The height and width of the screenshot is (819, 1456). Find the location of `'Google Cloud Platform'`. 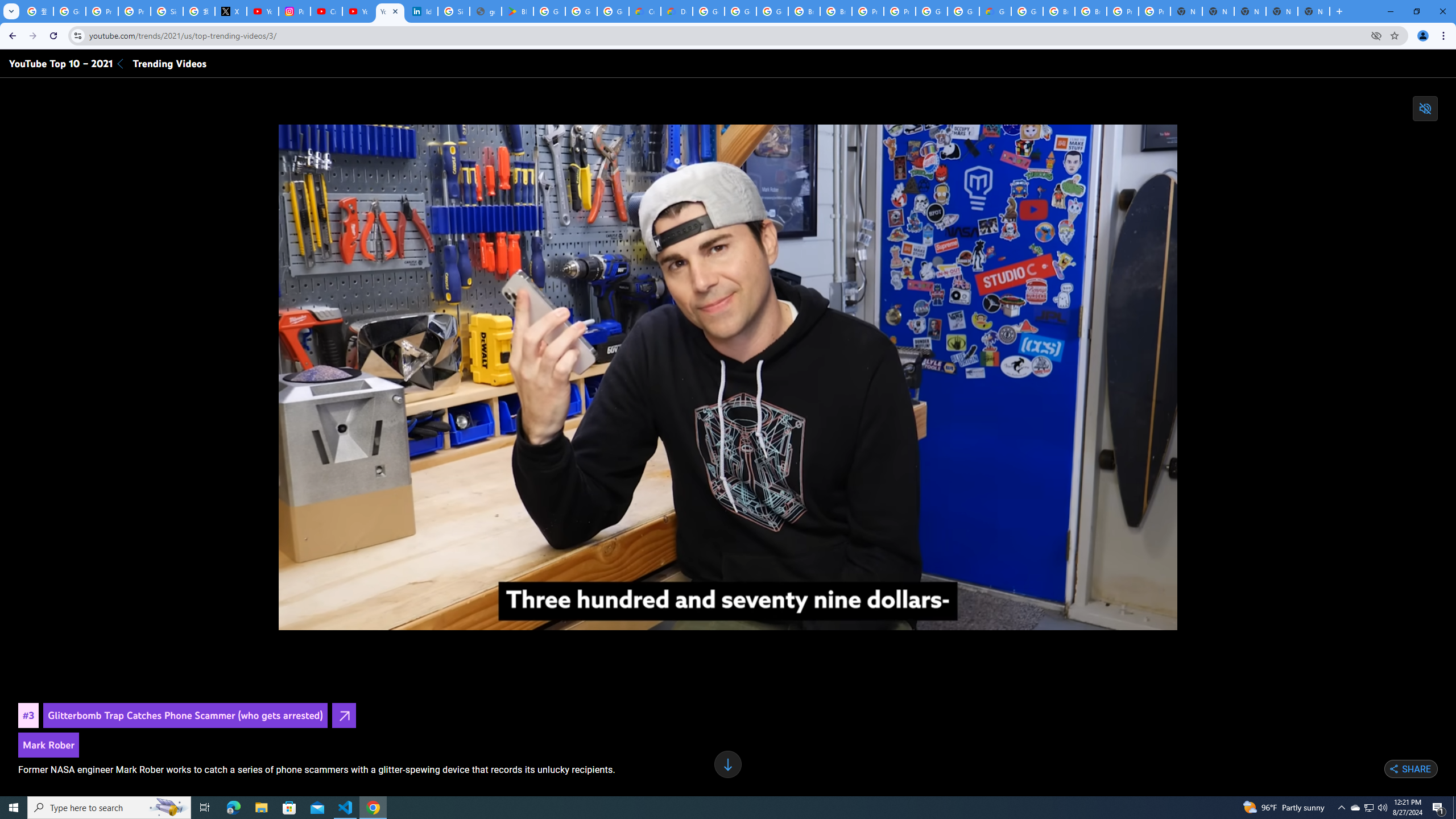

'Google Cloud Platform' is located at coordinates (930, 11).